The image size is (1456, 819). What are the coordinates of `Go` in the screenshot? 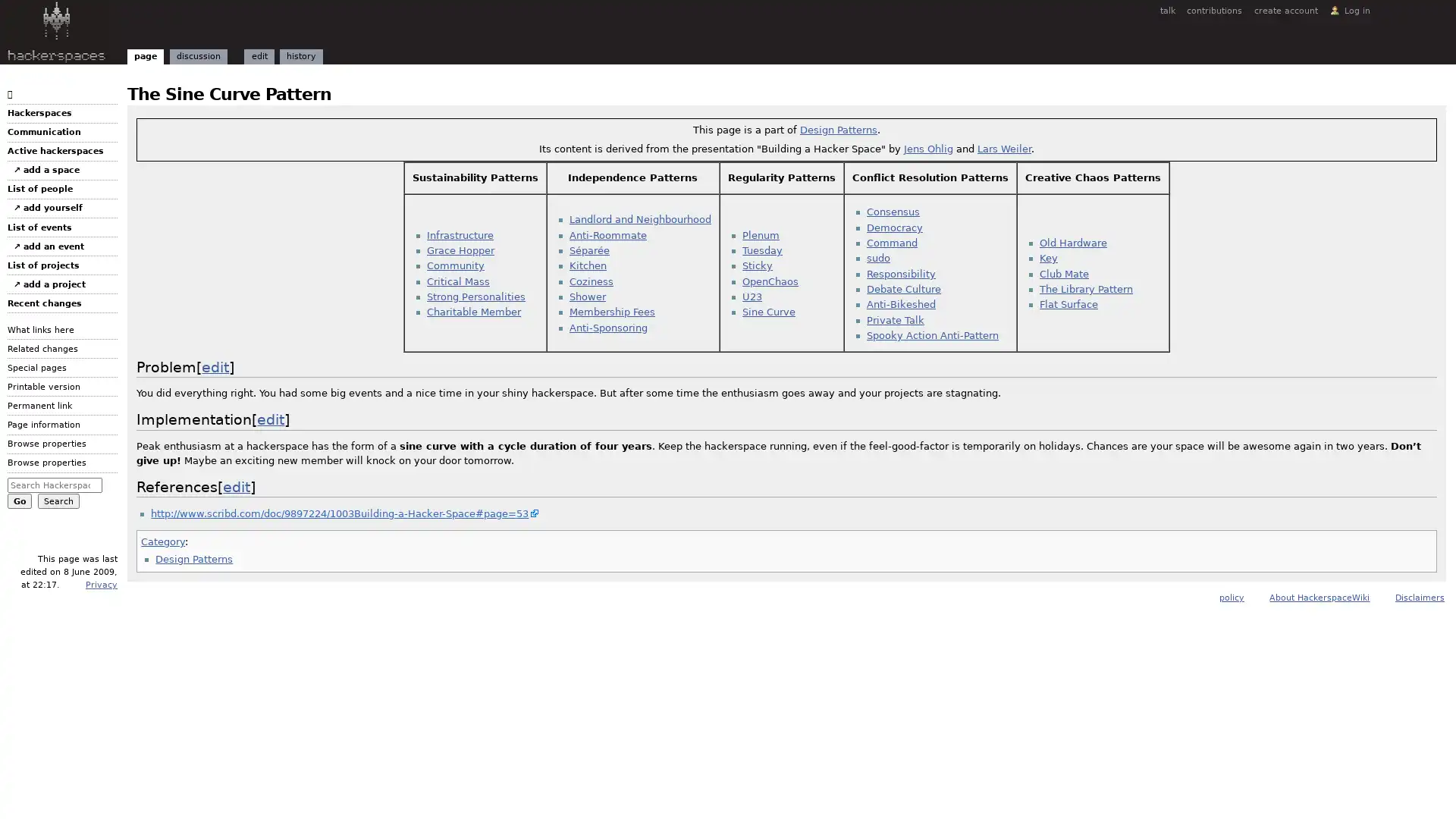 It's located at (19, 500).